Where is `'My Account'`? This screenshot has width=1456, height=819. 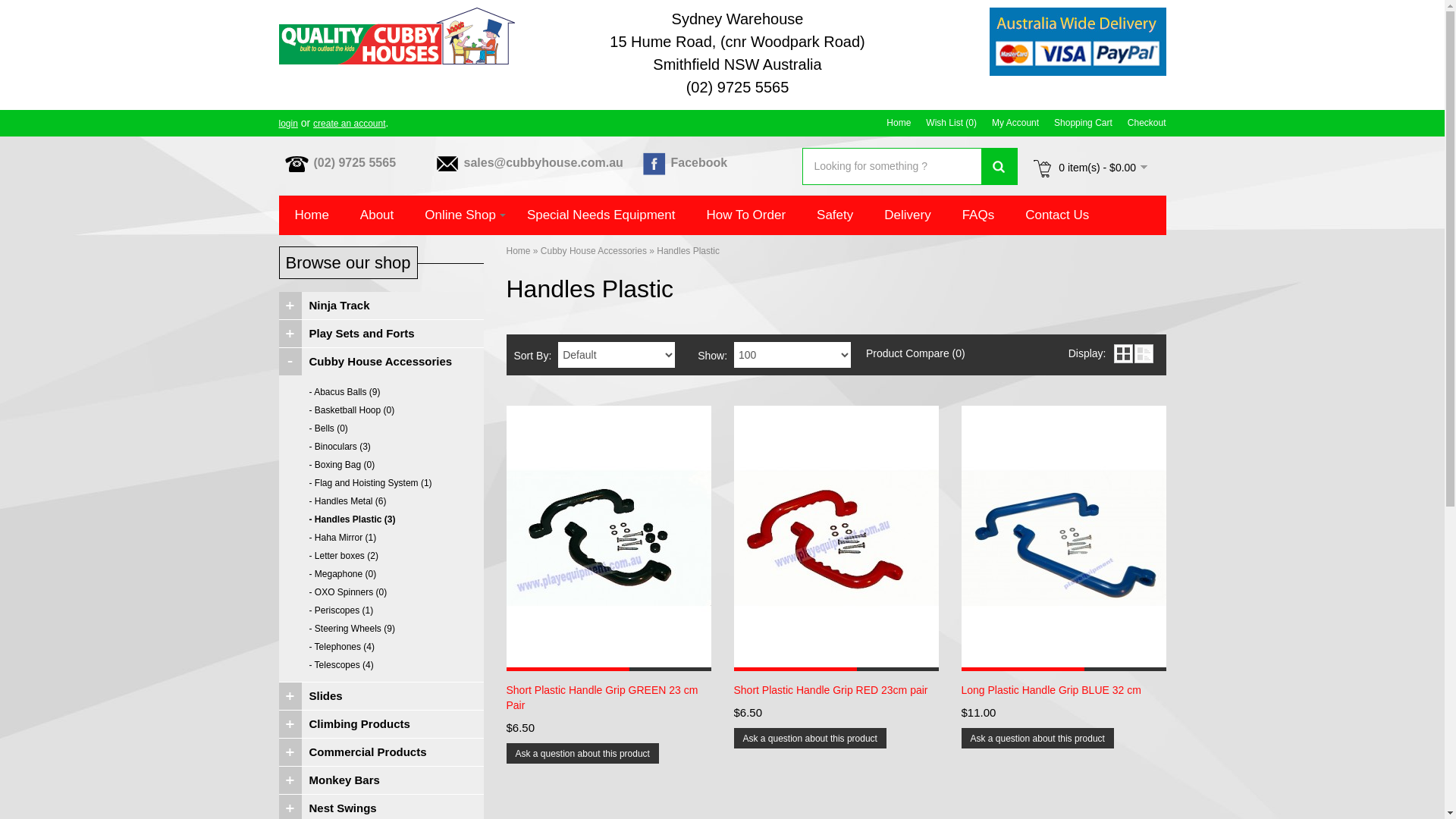
'My Account' is located at coordinates (992, 122).